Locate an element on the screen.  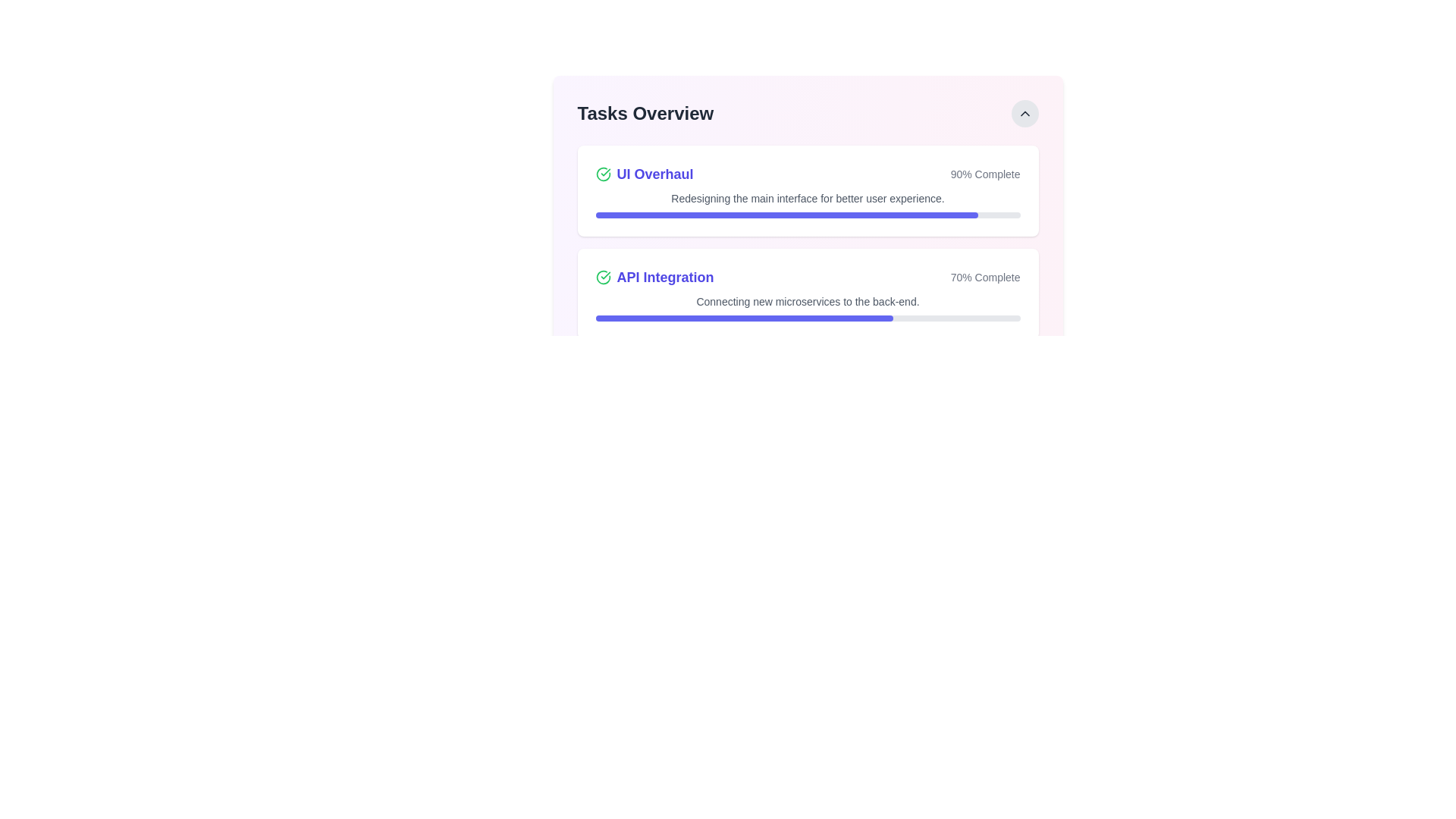
the horizontal progress bar styled with a rounded rectangular shape, located within the 'UI Overhaul' section is located at coordinates (807, 215).